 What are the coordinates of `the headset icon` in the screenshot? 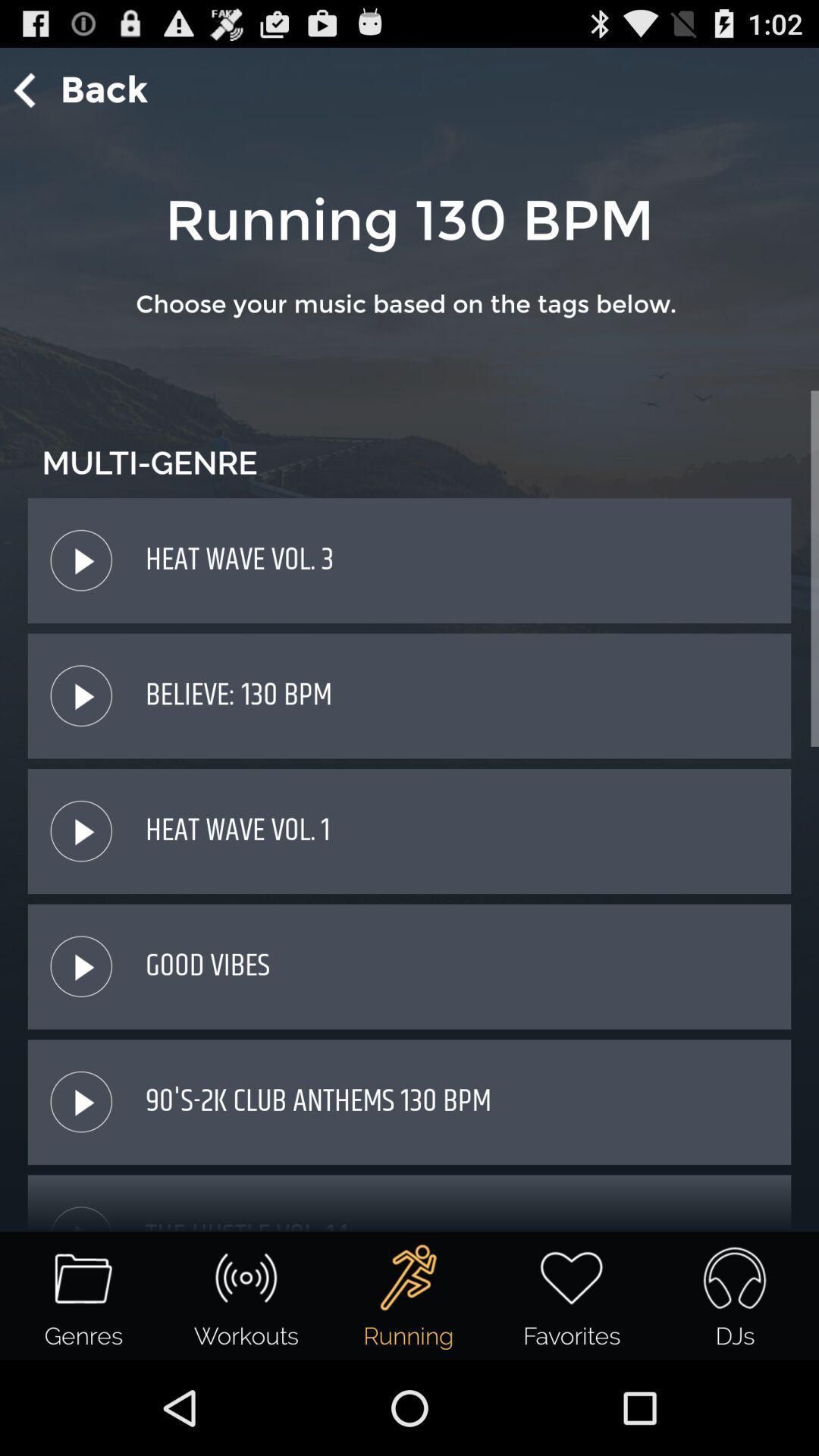 It's located at (733, 1277).